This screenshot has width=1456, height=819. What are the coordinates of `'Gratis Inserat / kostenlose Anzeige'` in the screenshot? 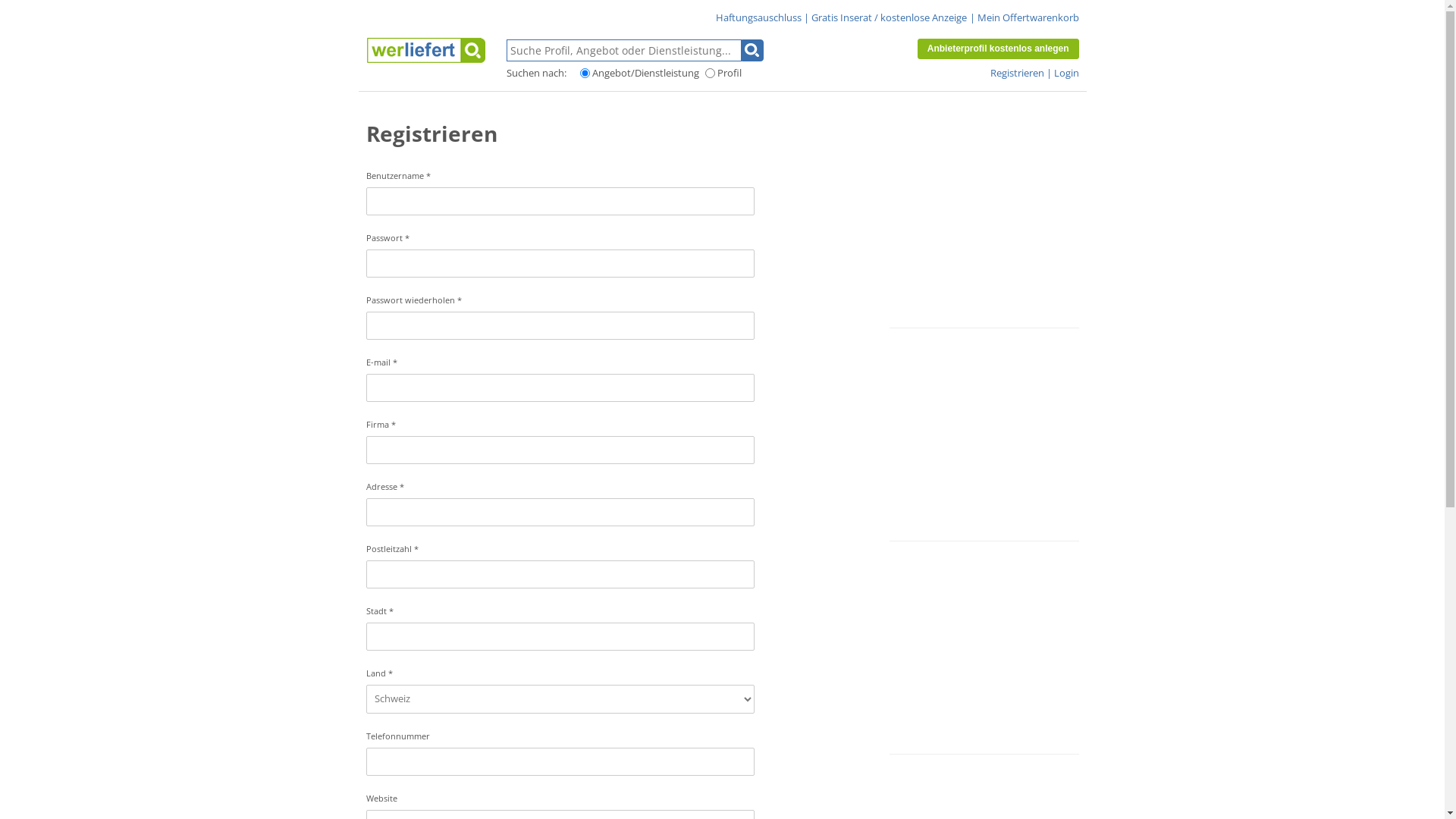 It's located at (811, 17).